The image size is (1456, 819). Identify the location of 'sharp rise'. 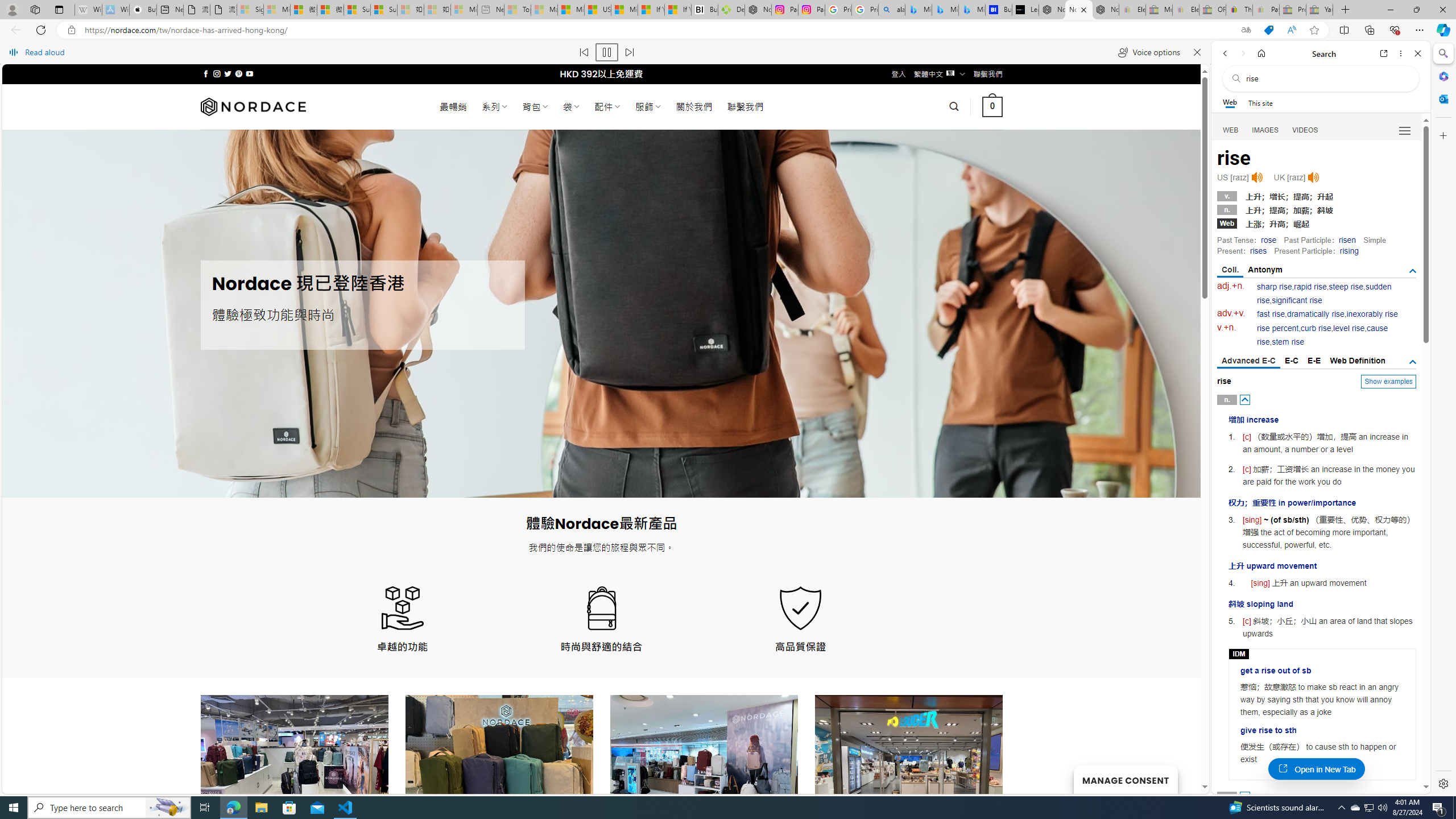
(1275, 286).